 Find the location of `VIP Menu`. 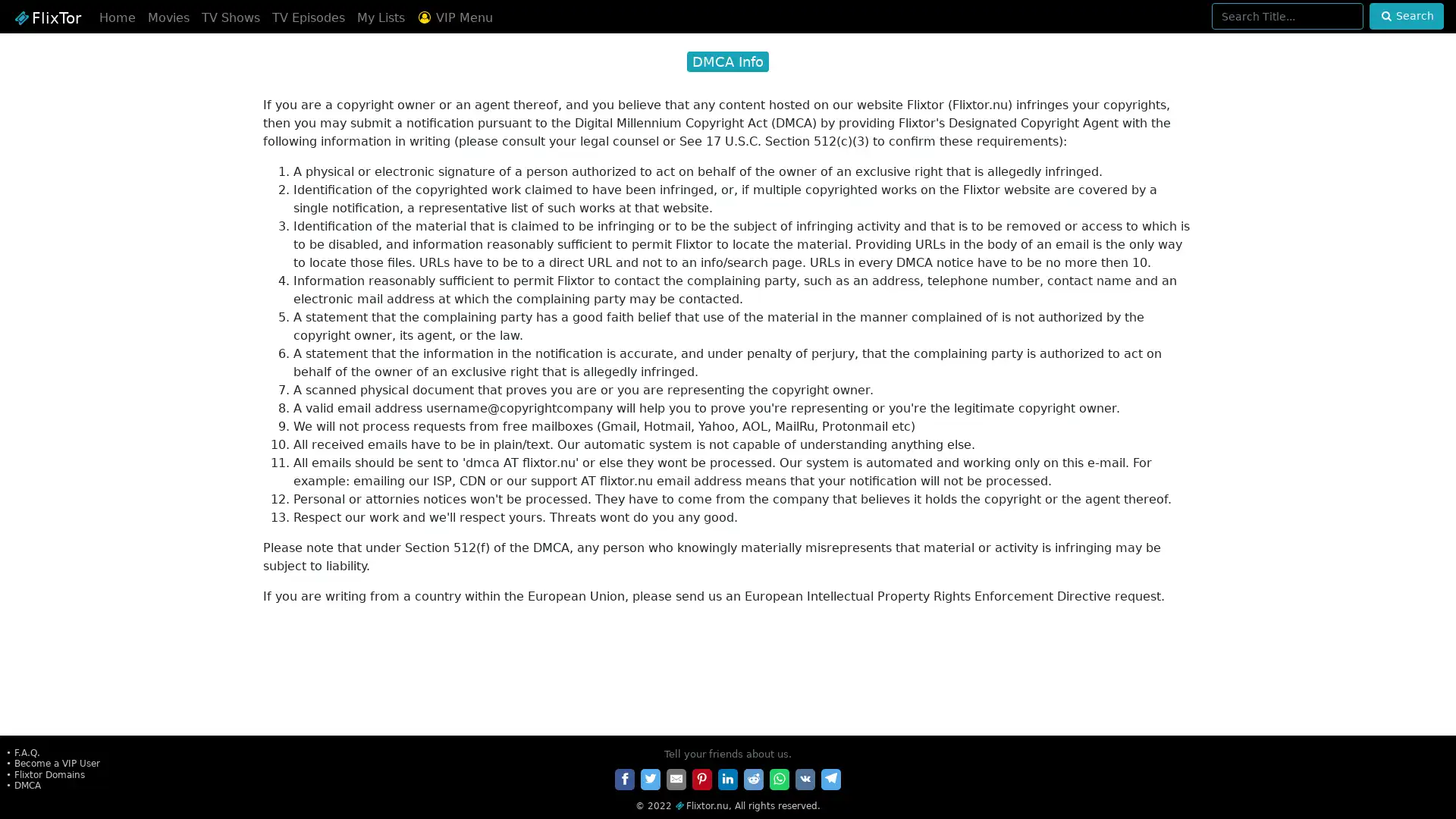

VIP Menu is located at coordinates (453, 17).